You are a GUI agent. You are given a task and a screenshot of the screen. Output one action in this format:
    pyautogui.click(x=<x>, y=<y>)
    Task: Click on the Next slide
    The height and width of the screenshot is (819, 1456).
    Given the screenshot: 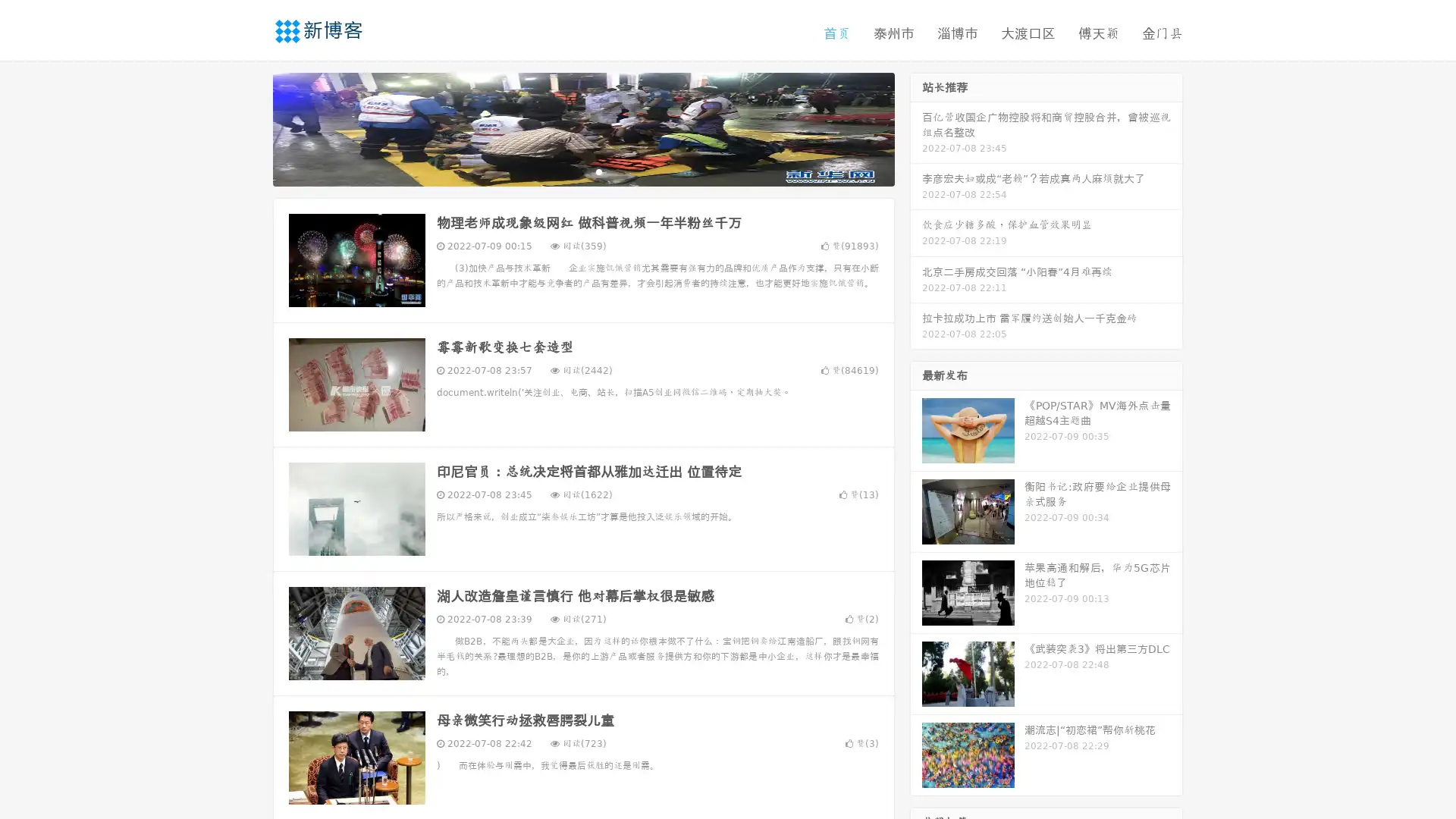 What is the action you would take?
    pyautogui.click(x=916, y=127)
    